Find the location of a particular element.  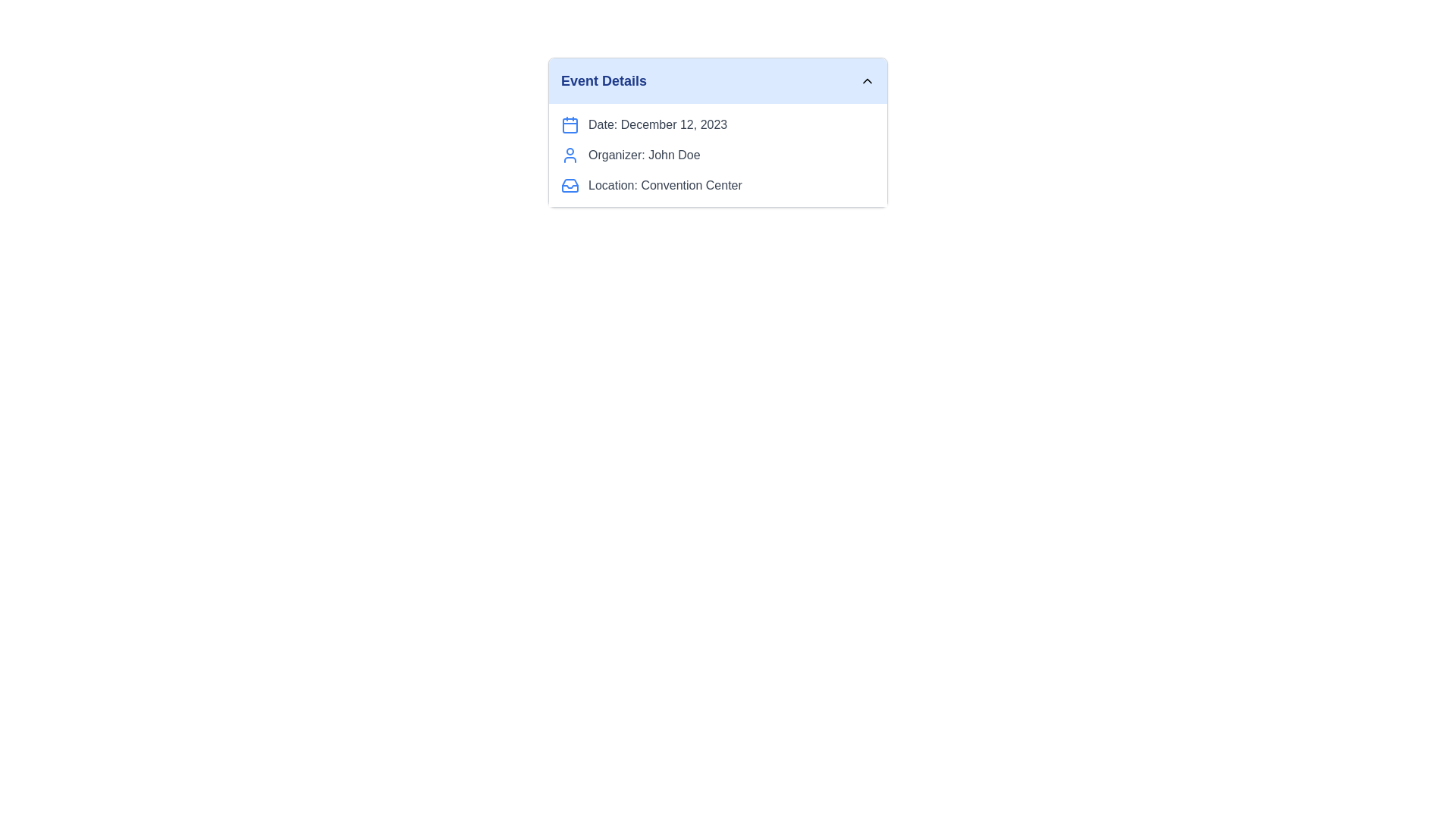

the text label that informs users about the location of the event, positioned under the heading 'Event Details' is located at coordinates (665, 185).